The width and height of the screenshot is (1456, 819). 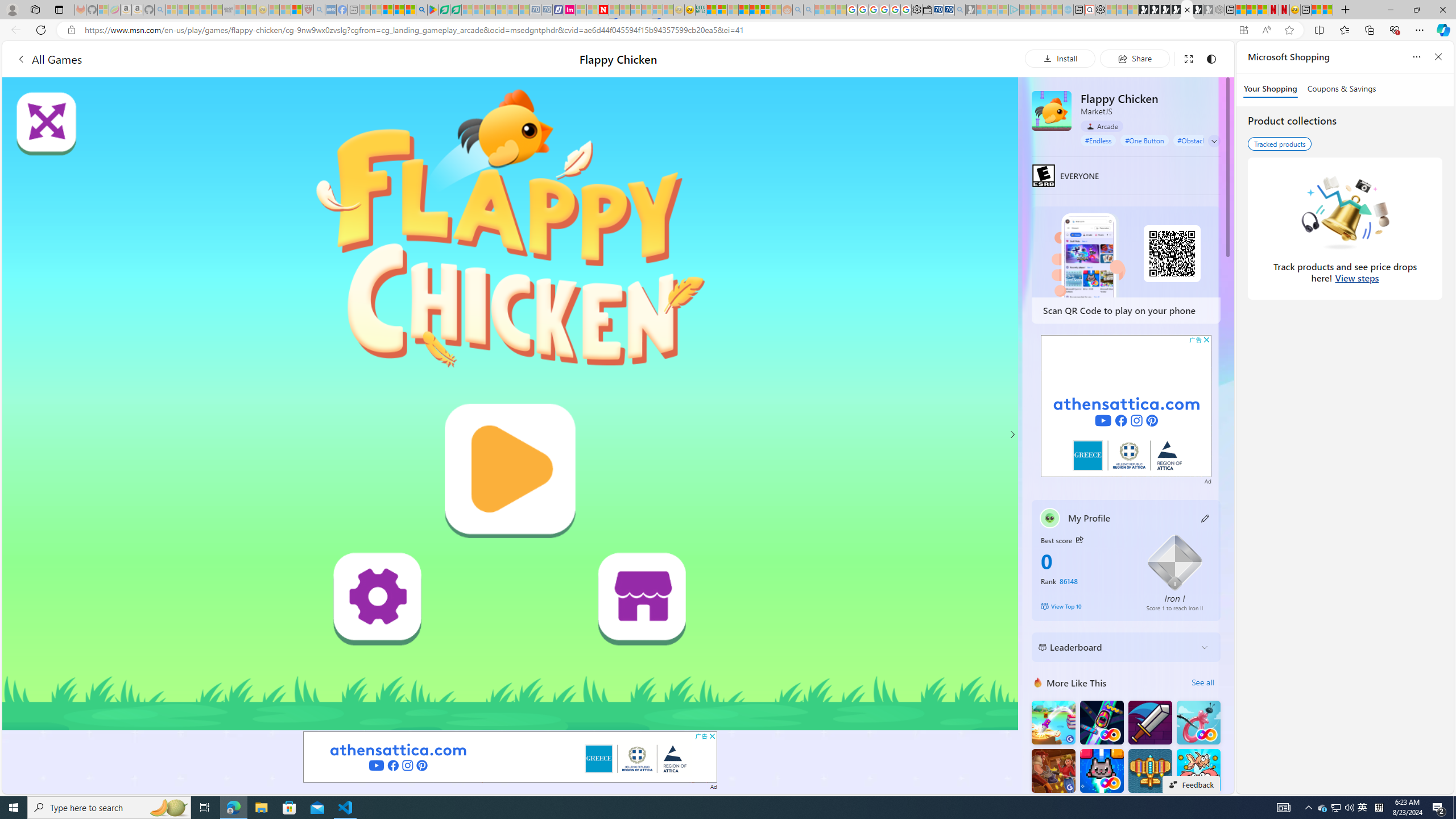 What do you see at coordinates (433, 9) in the screenshot?
I see `'Bluey: Let'` at bounding box center [433, 9].